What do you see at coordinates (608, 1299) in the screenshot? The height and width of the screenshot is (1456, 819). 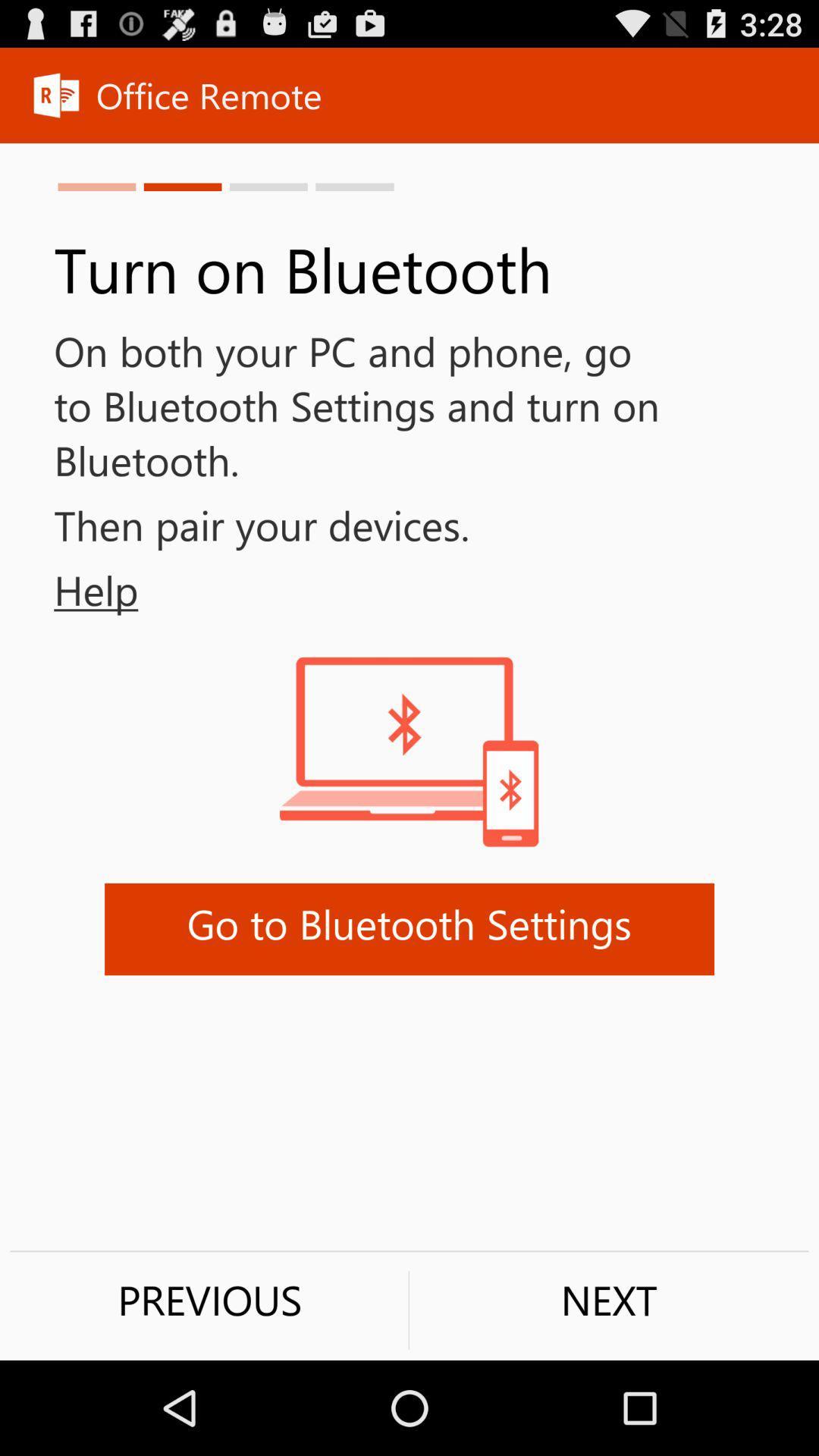 I see `item below the go to bluetooth icon` at bounding box center [608, 1299].